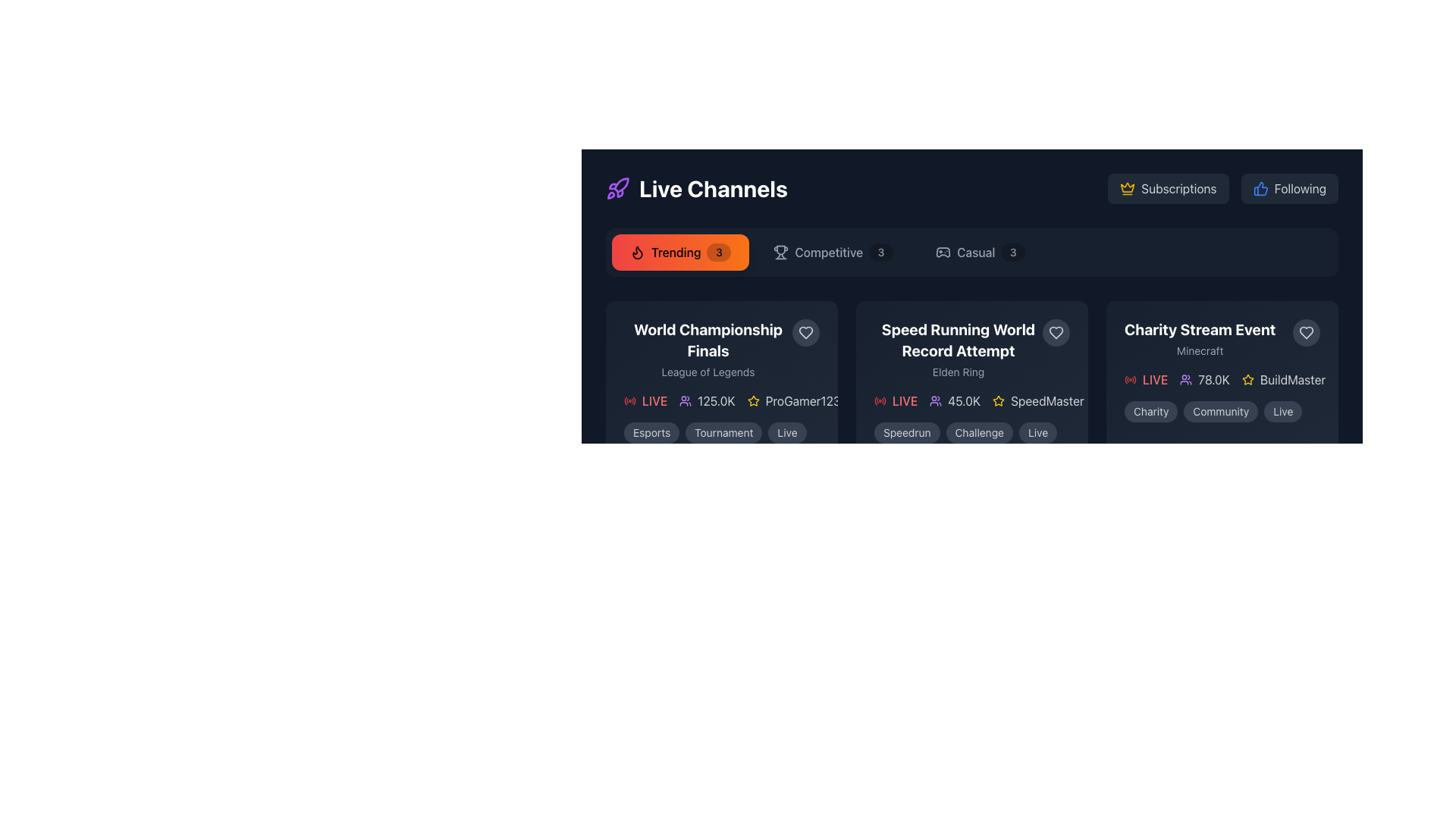  What do you see at coordinates (1037, 432) in the screenshot?
I see `the category tag indicator located at the bottom-right of the 'Speed Running World Record Attempt' card, which is the last element in a group of buttons labeled 'Speedrun', 'Challenge', and 'Live'` at bounding box center [1037, 432].